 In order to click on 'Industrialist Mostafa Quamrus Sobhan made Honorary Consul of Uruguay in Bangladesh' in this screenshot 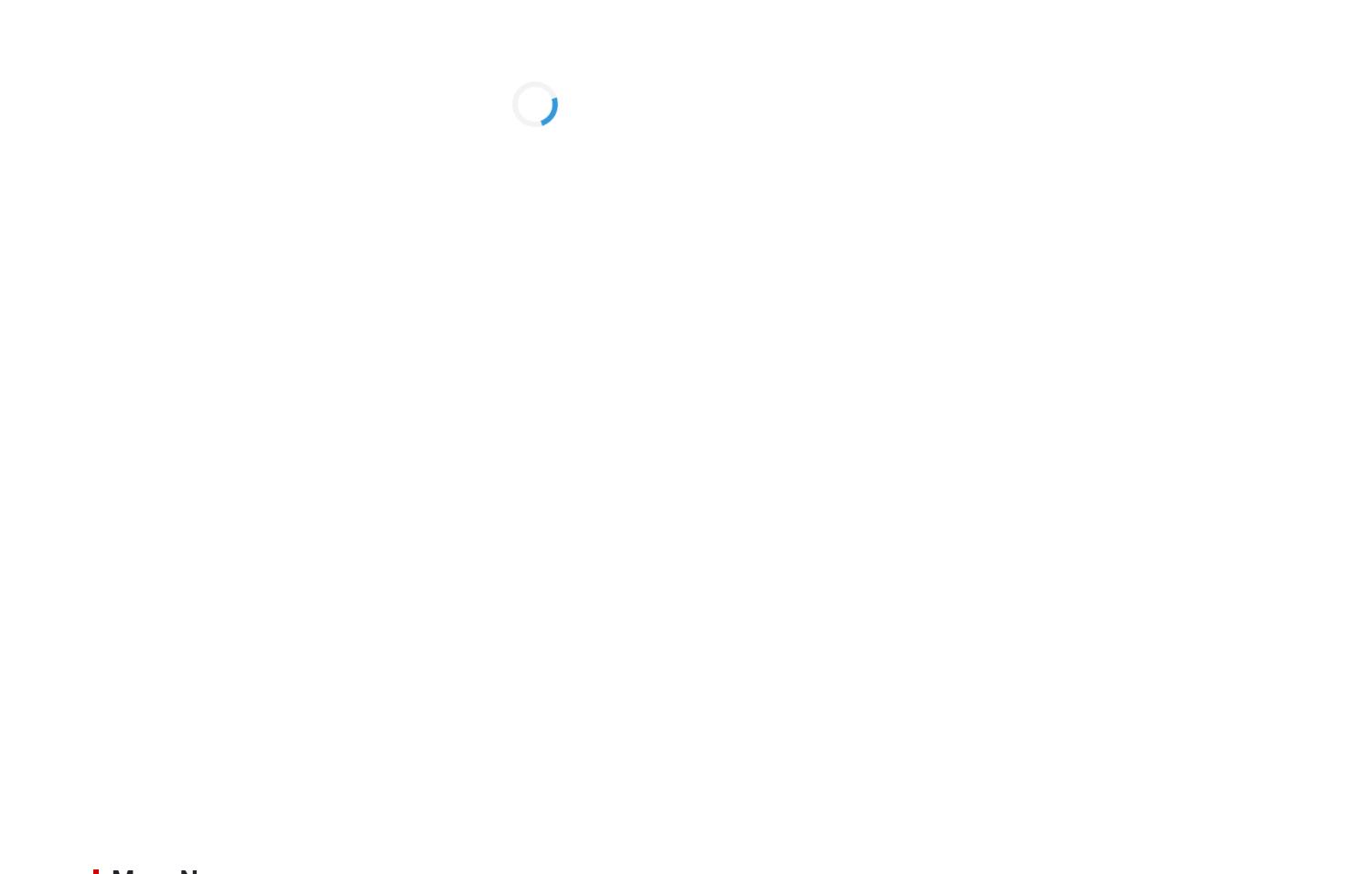, I will do `click(1153, 582)`.